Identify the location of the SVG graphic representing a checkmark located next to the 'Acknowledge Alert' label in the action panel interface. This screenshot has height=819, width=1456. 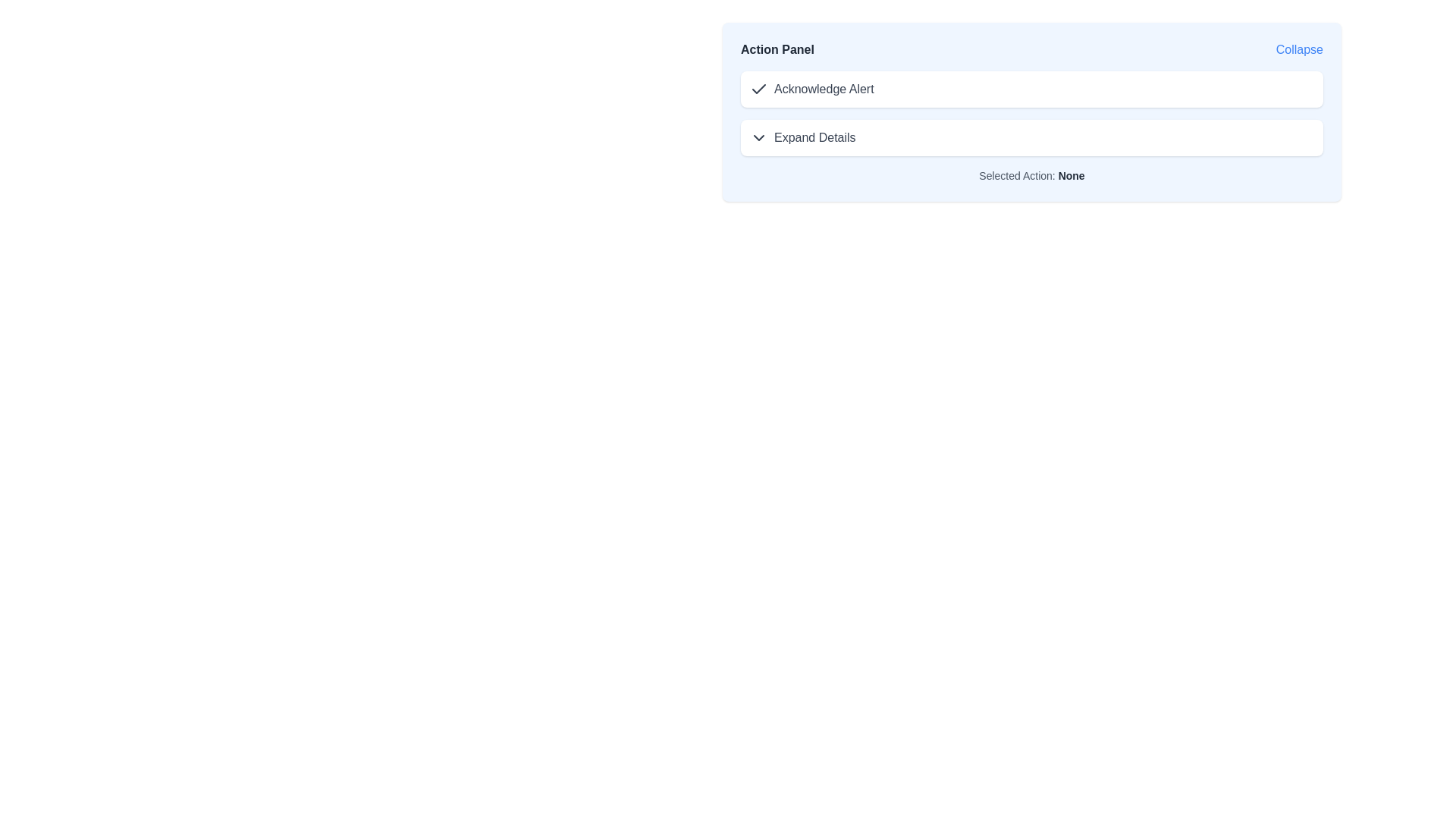
(759, 89).